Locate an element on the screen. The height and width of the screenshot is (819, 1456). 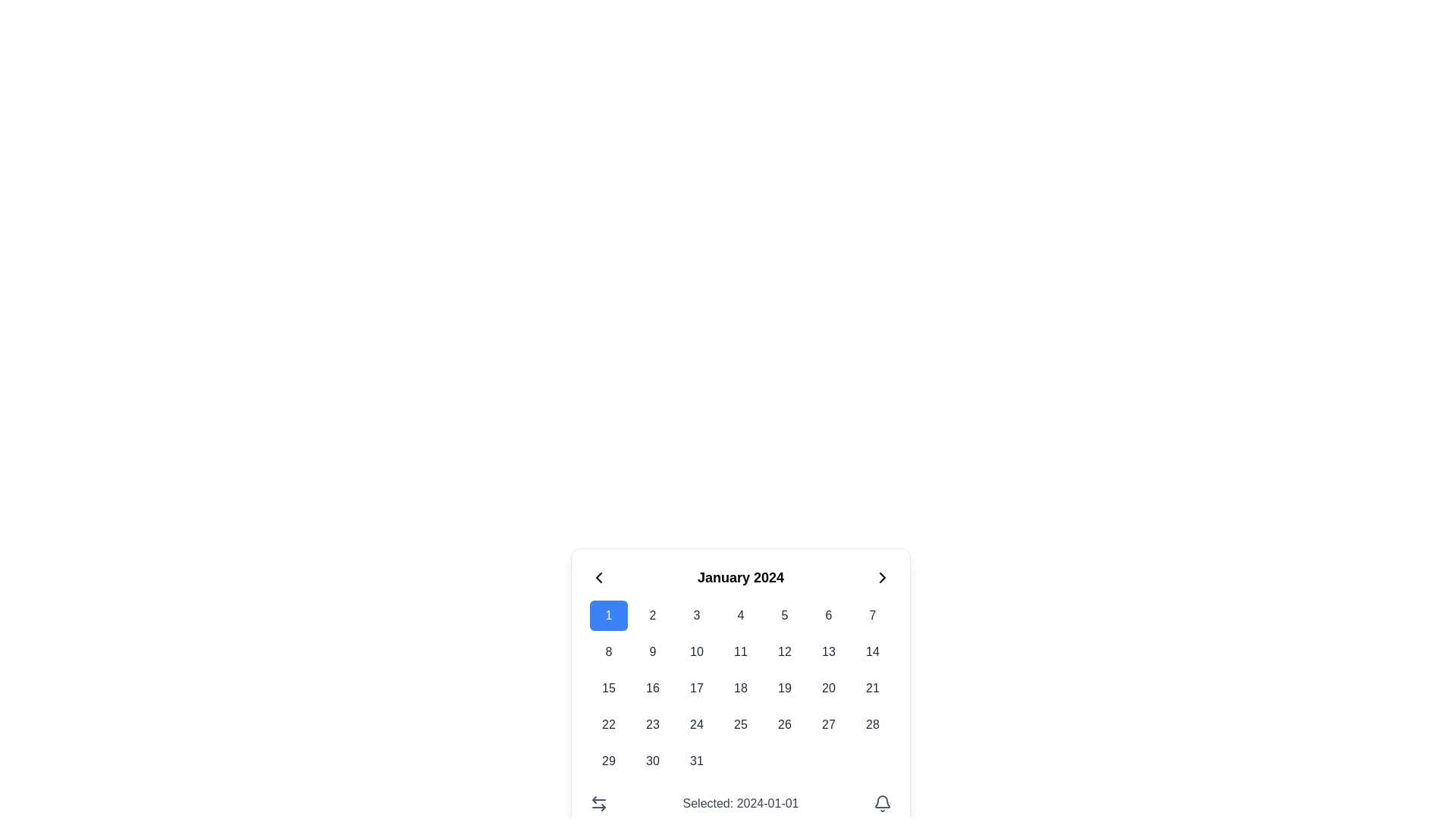
the button-like date tile displaying the number '3' in the January 2024 calendar grid is located at coordinates (695, 616).